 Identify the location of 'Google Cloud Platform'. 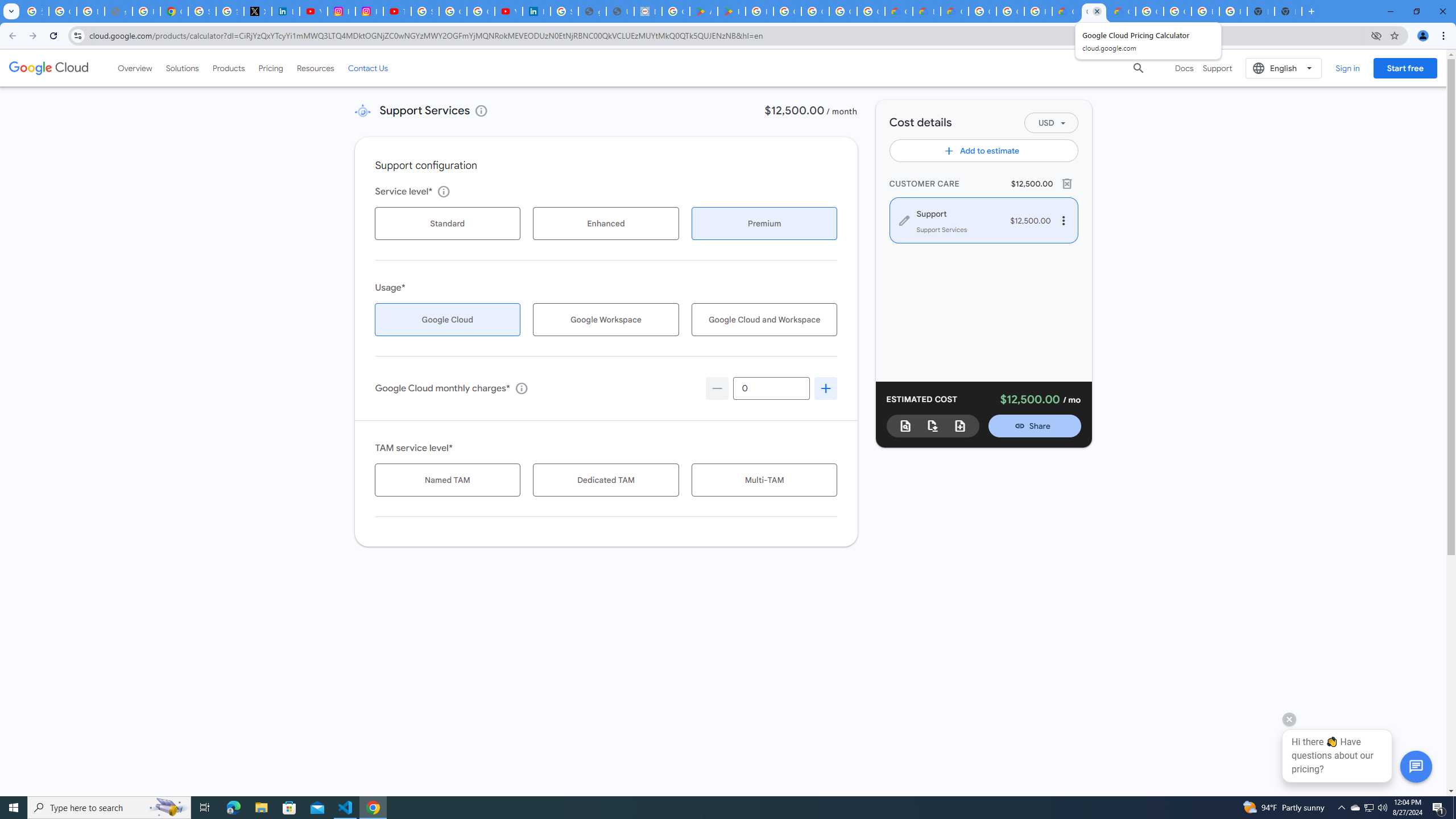
(1177, 11).